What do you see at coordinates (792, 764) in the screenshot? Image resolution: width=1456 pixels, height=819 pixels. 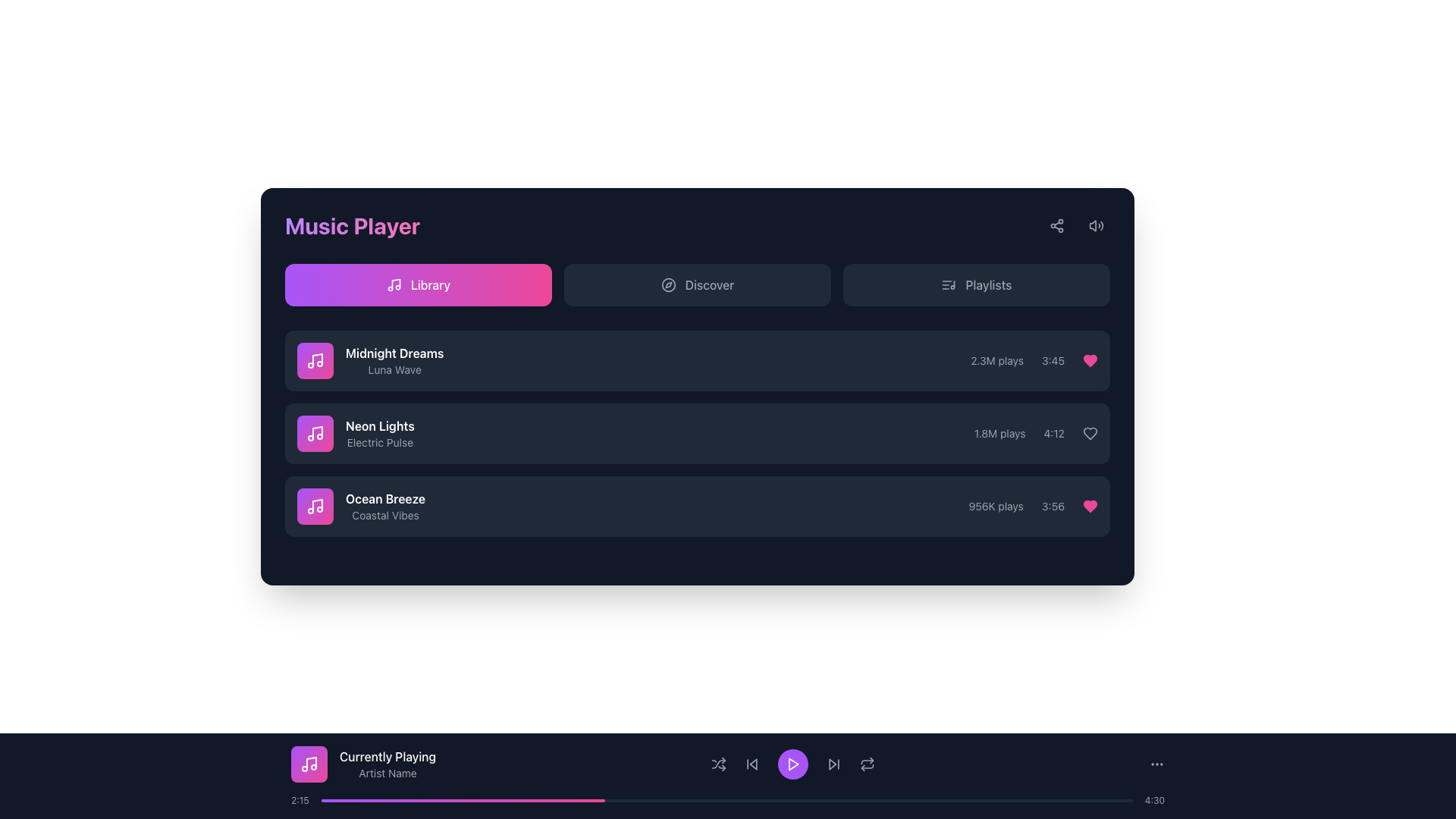 I see `the triangular play icon button located in the bottom section of the interface to play media` at bounding box center [792, 764].